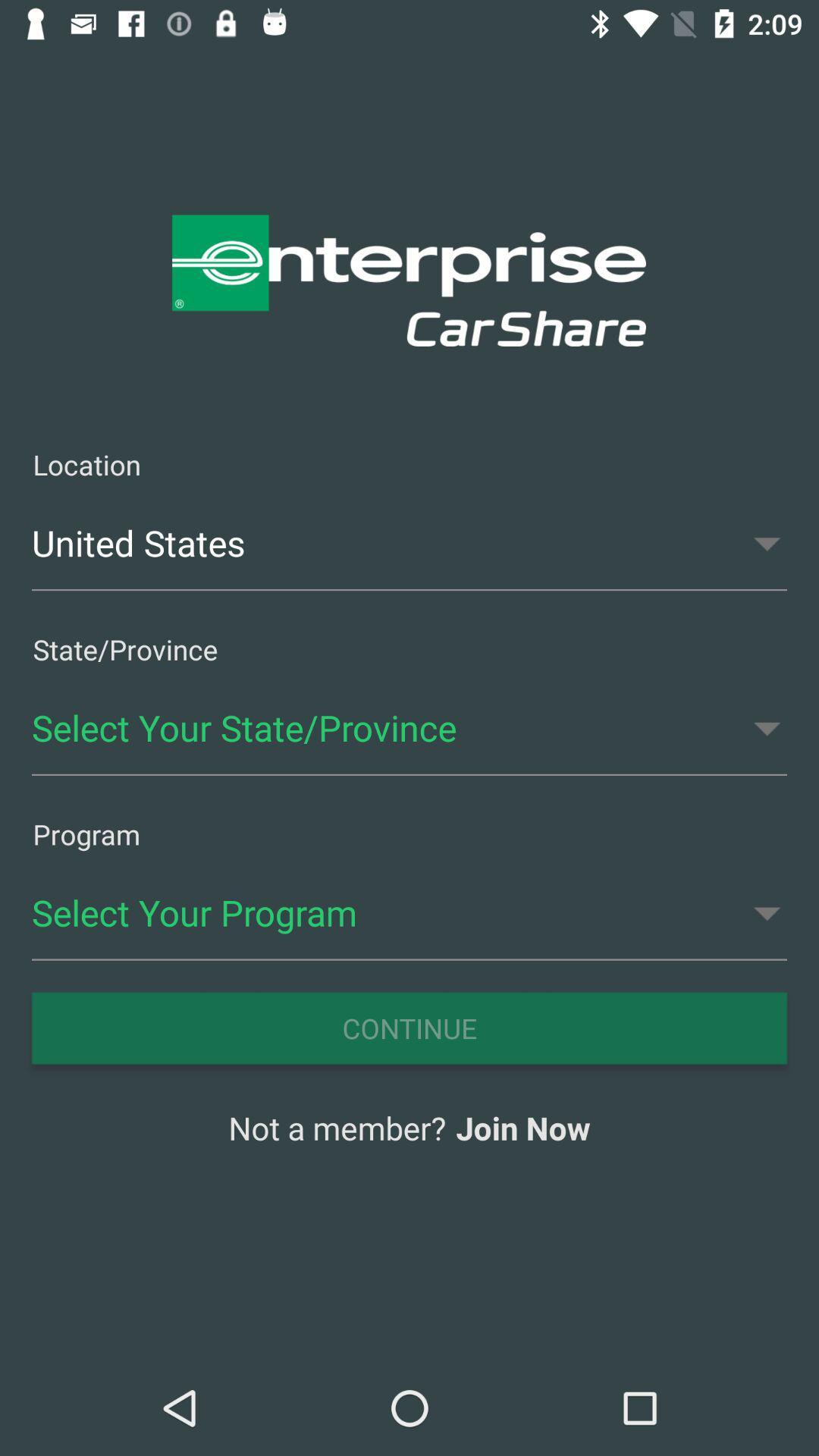 The image size is (819, 1456). Describe the element at coordinates (409, 1028) in the screenshot. I see `the item below select your program icon` at that location.